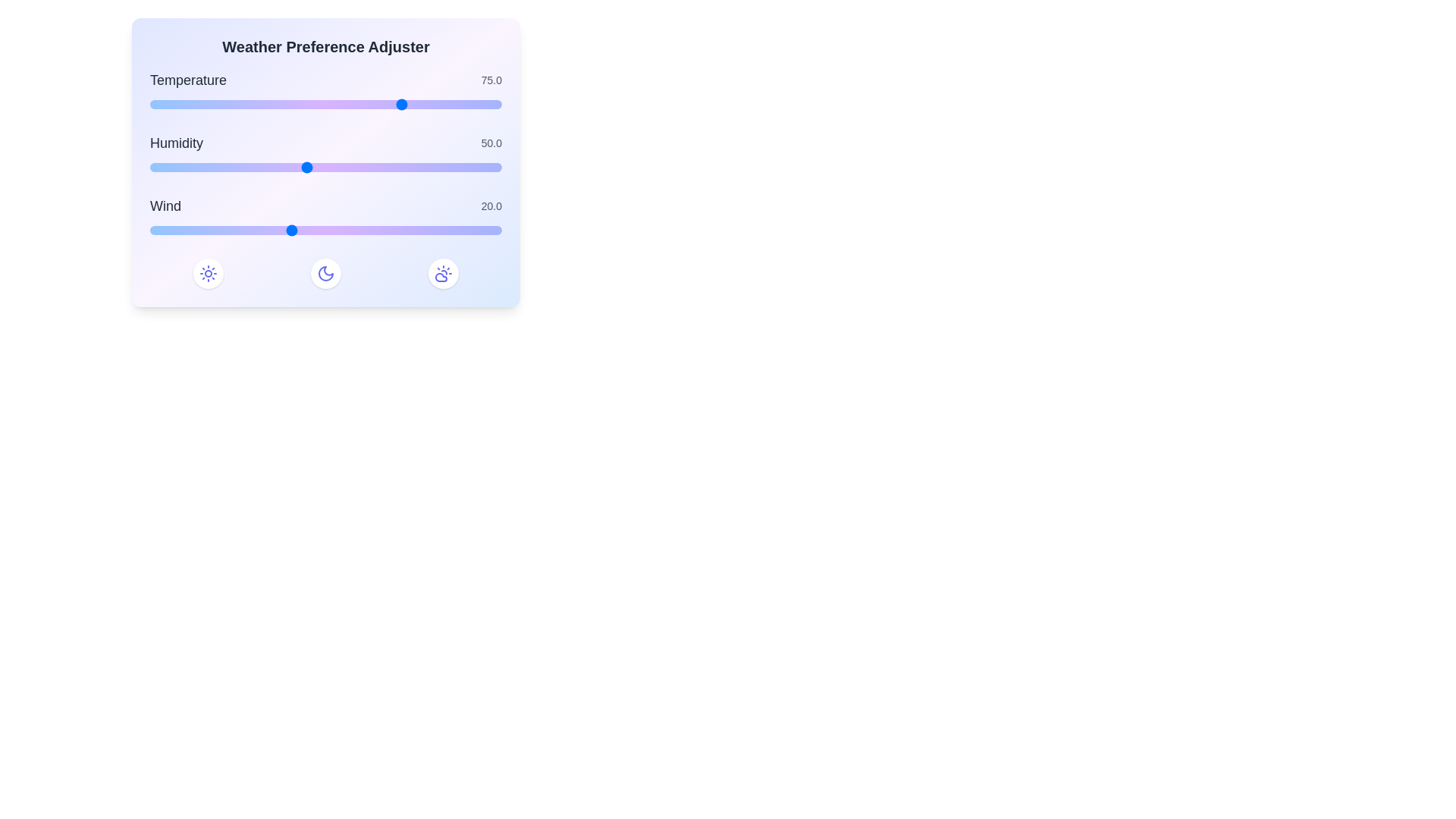 Image resolution: width=1456 pixels, height=819 pixels. I want to click on the crescent moon icon in the bottom right of the Weather Preference Adjuster panel, so click(325, 274).